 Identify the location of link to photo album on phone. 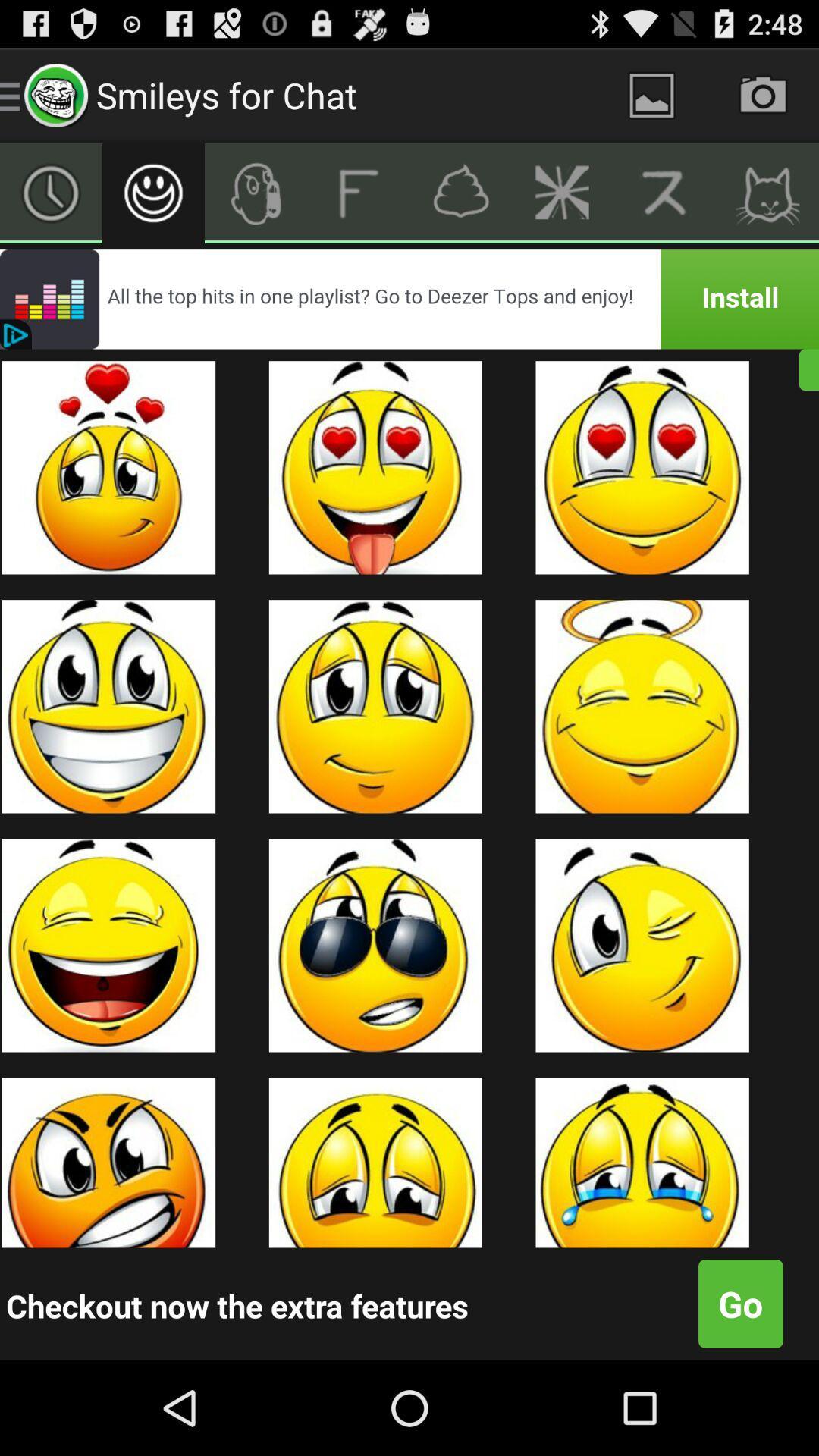
(651, 94).